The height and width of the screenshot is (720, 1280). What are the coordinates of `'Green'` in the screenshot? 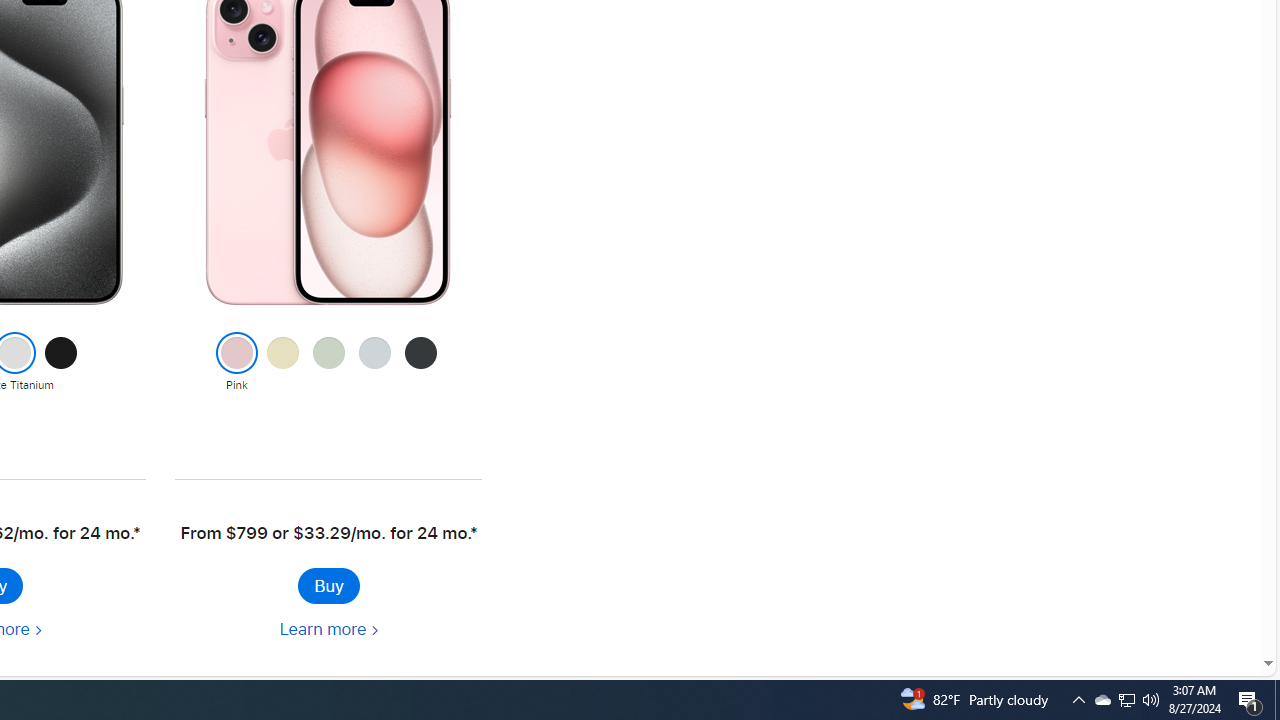 It's located at (328, 363).